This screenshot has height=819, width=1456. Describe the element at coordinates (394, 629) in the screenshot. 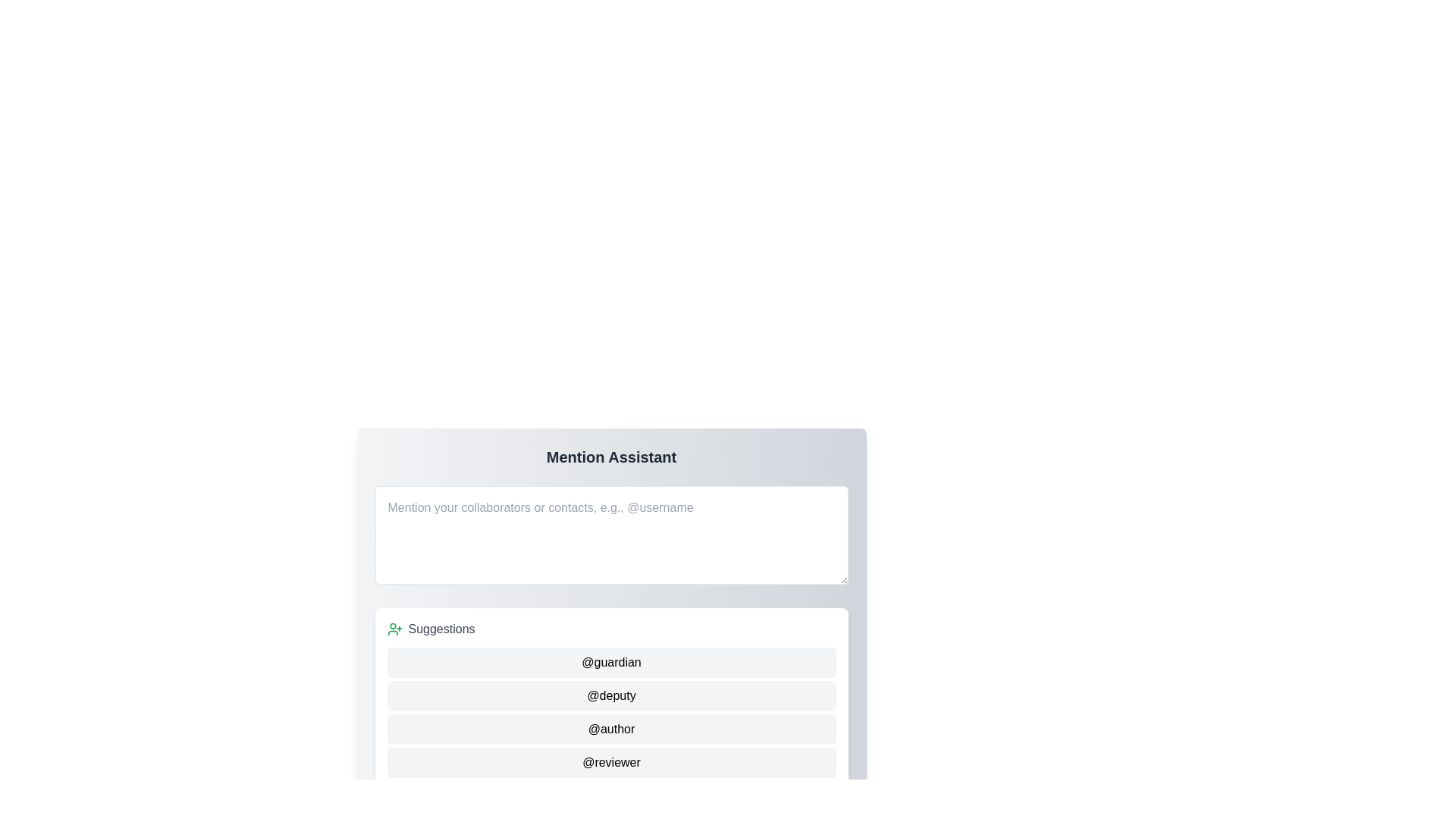

I see `the icon resembling a person with a plus sign, styled in green, located at the start of the 'Suggestions' heading in the upper-left section of the suggestion panel` at that location.